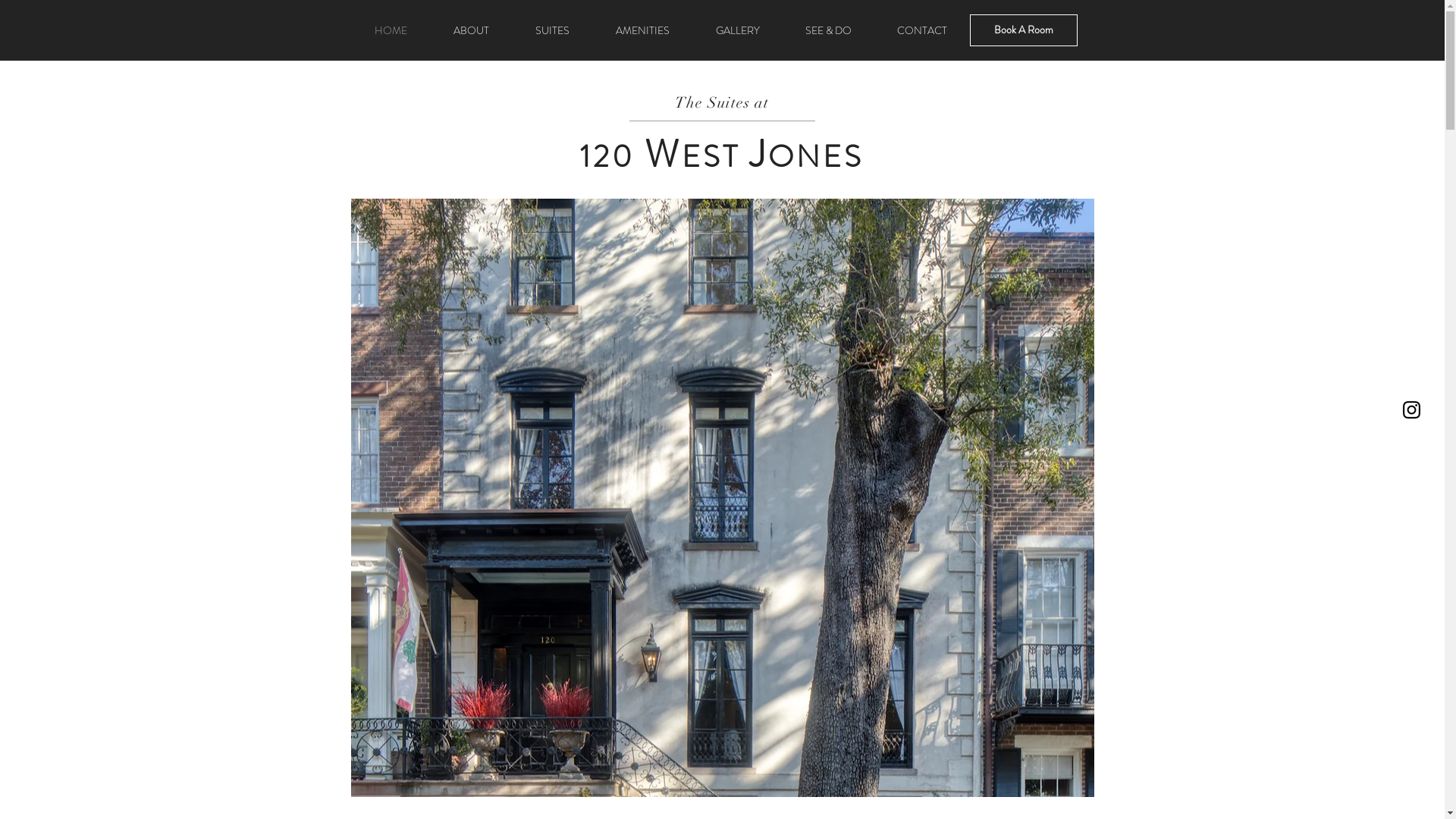 Image resolution: width=1456 pixels, height=819 pixels. Describe the element at coordinates (552, 30) in the screenshot. I see `'SUITES'` at that location.